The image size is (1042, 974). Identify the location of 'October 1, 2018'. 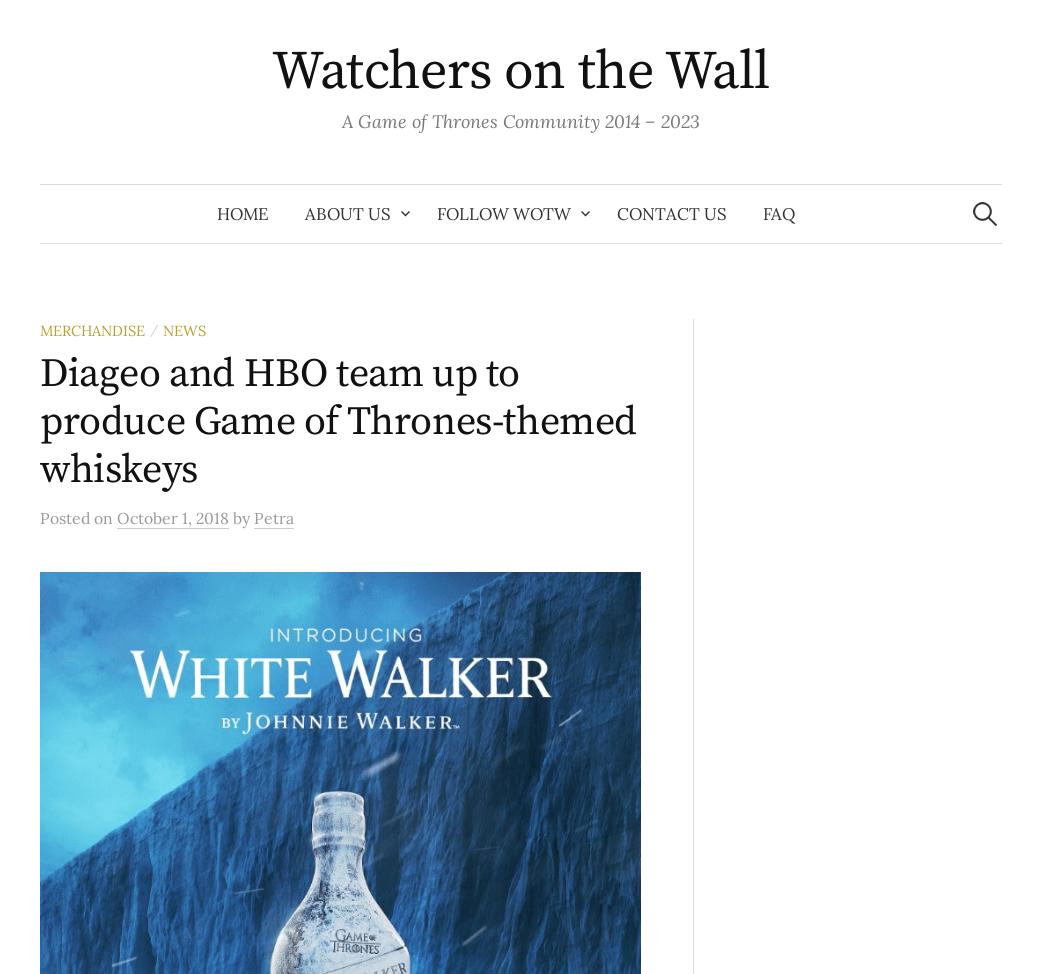
(172, 517).